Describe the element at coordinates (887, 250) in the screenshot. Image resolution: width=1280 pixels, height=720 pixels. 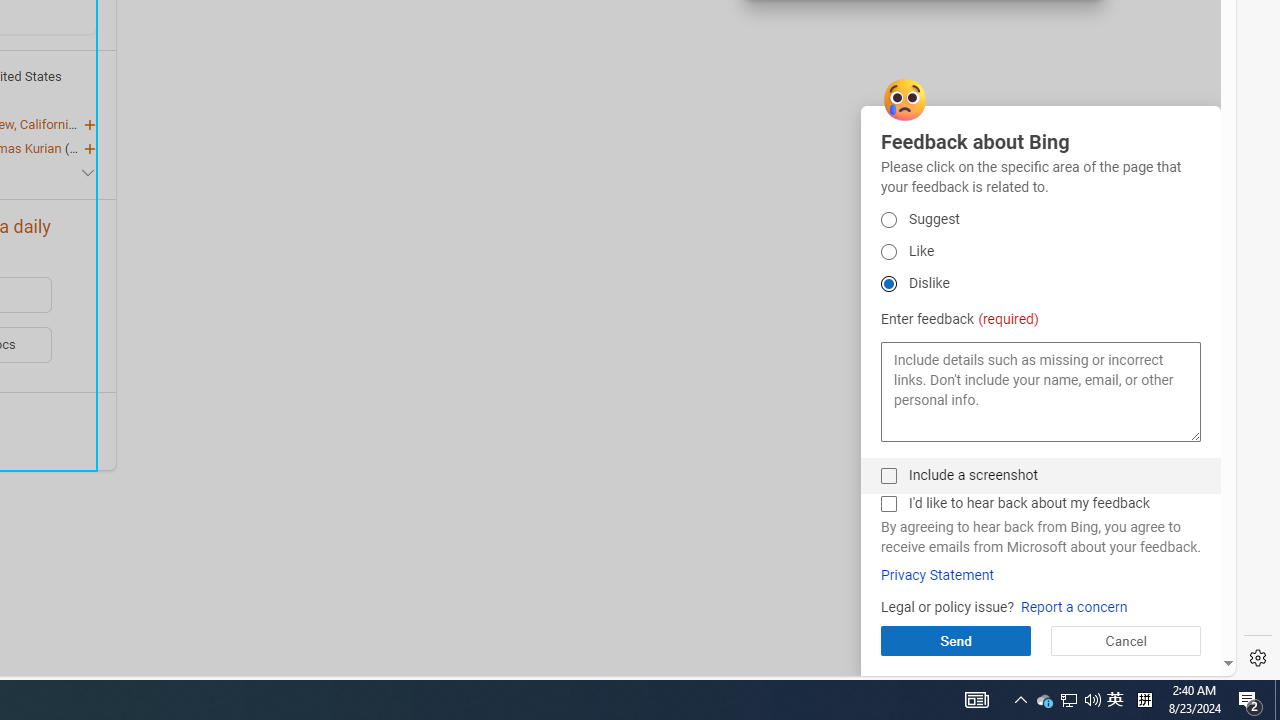
I see `'Suggest'` at that location.